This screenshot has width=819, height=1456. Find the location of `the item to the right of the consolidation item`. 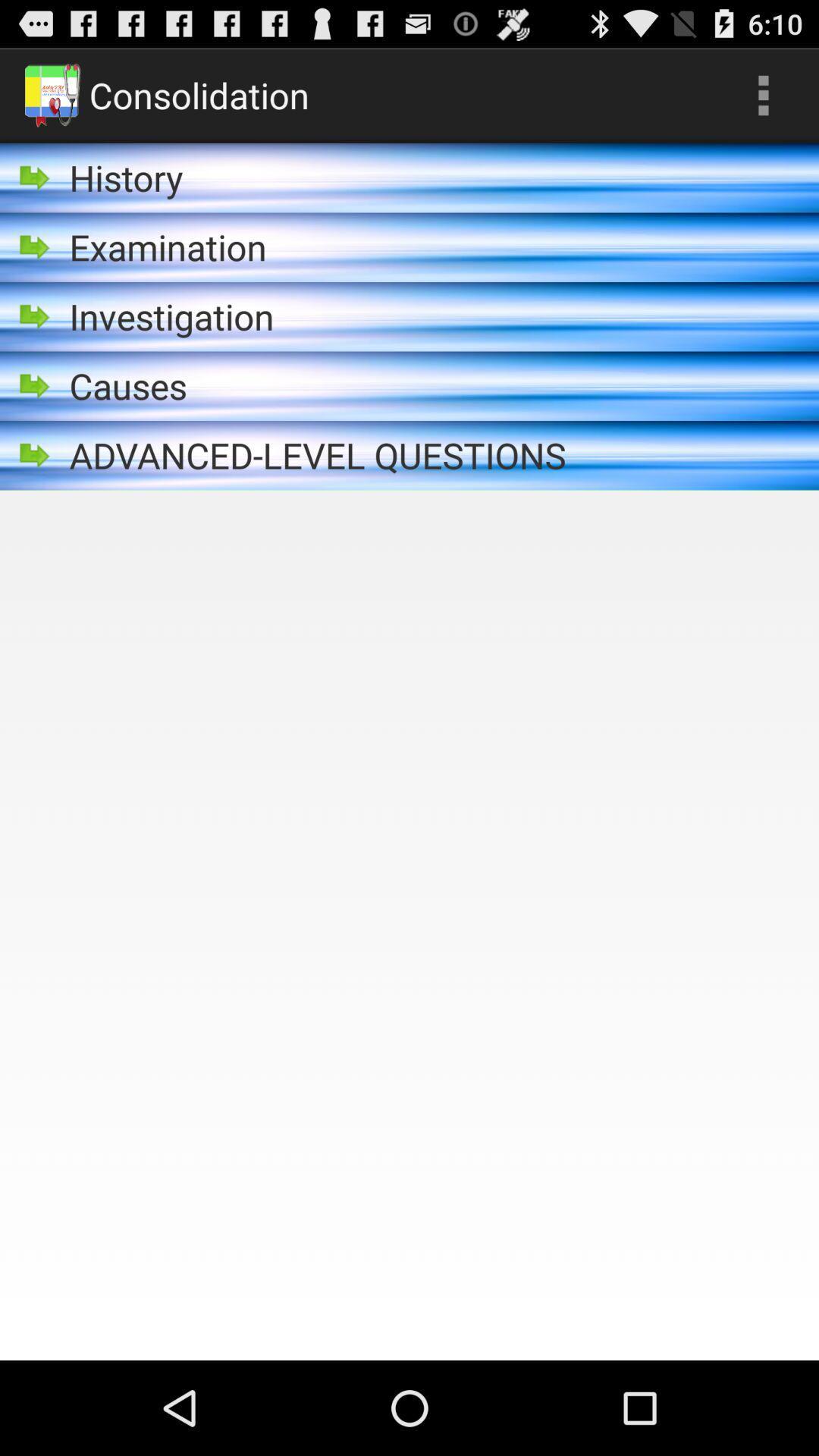

the item to the right of the consolidation item is located at coordinates (763, 94).